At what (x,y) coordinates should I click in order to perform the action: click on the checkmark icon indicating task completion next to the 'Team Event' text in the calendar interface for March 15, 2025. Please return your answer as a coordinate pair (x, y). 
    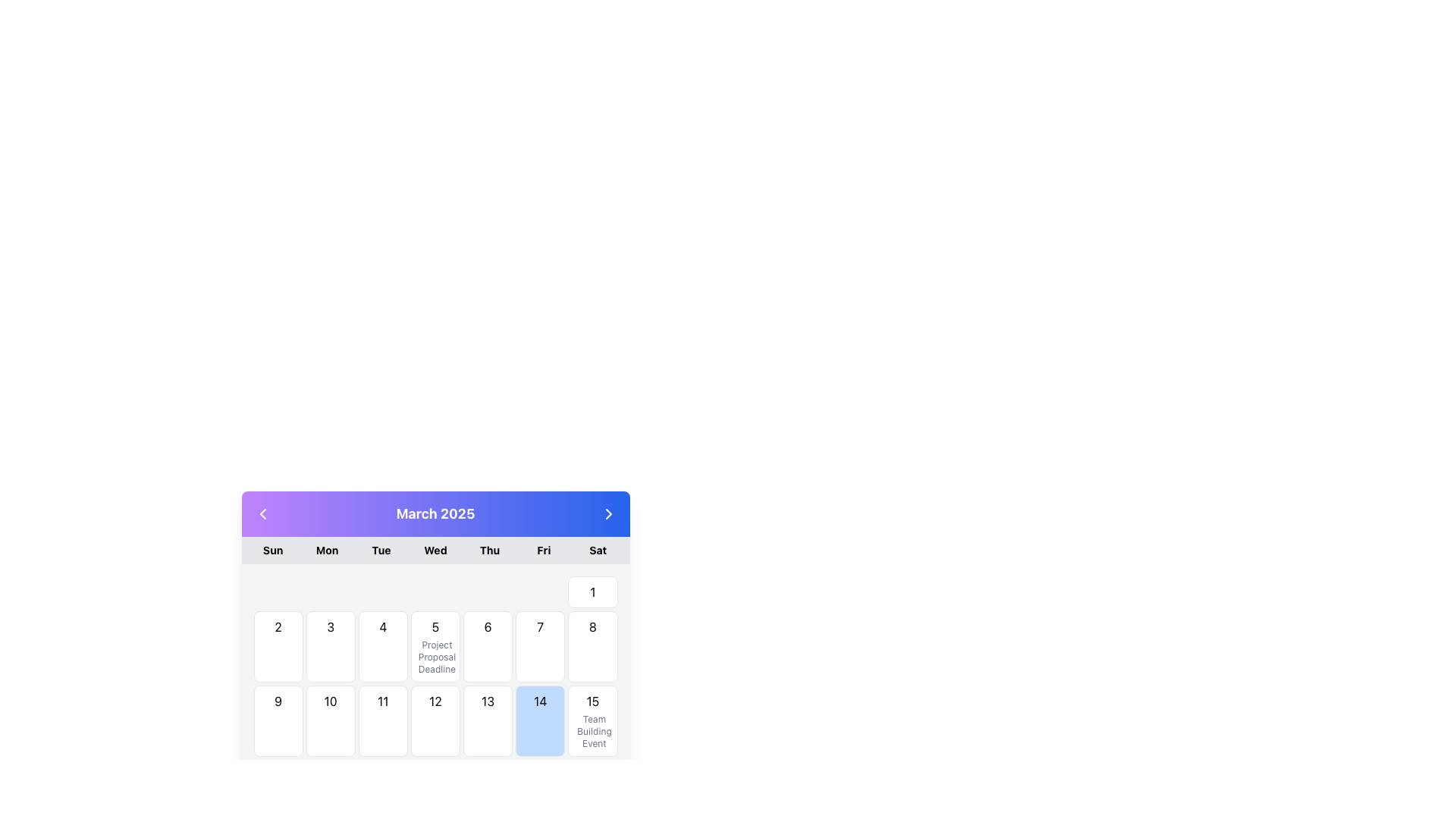
    Looking at the image, I should click on (585, 731).